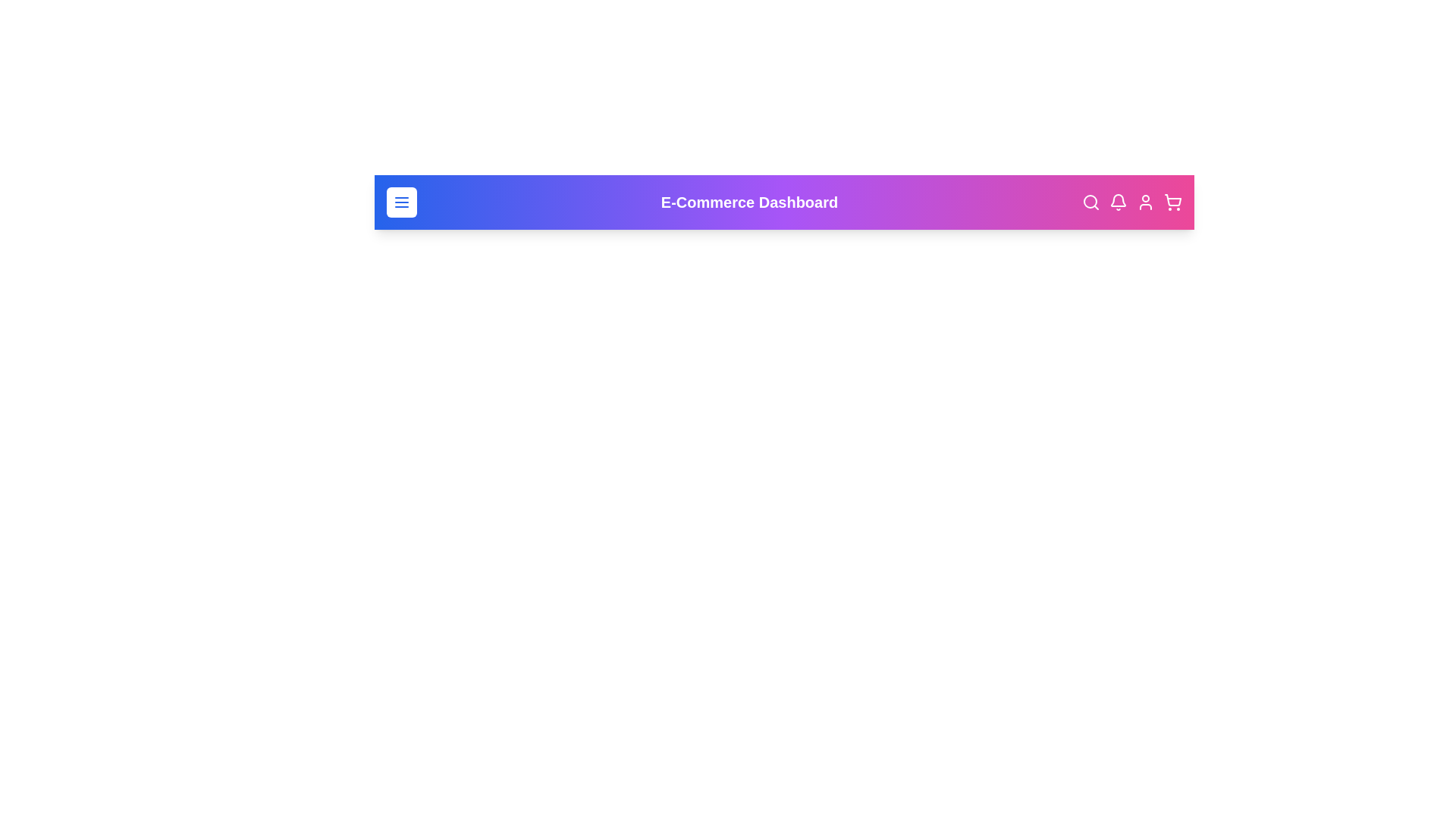 The width and height of the screenshot is (1456, 819). Describe the element at coordinates (1146, 201) in the screenshot. I see `the user profile icon to access user-related options` at that location.